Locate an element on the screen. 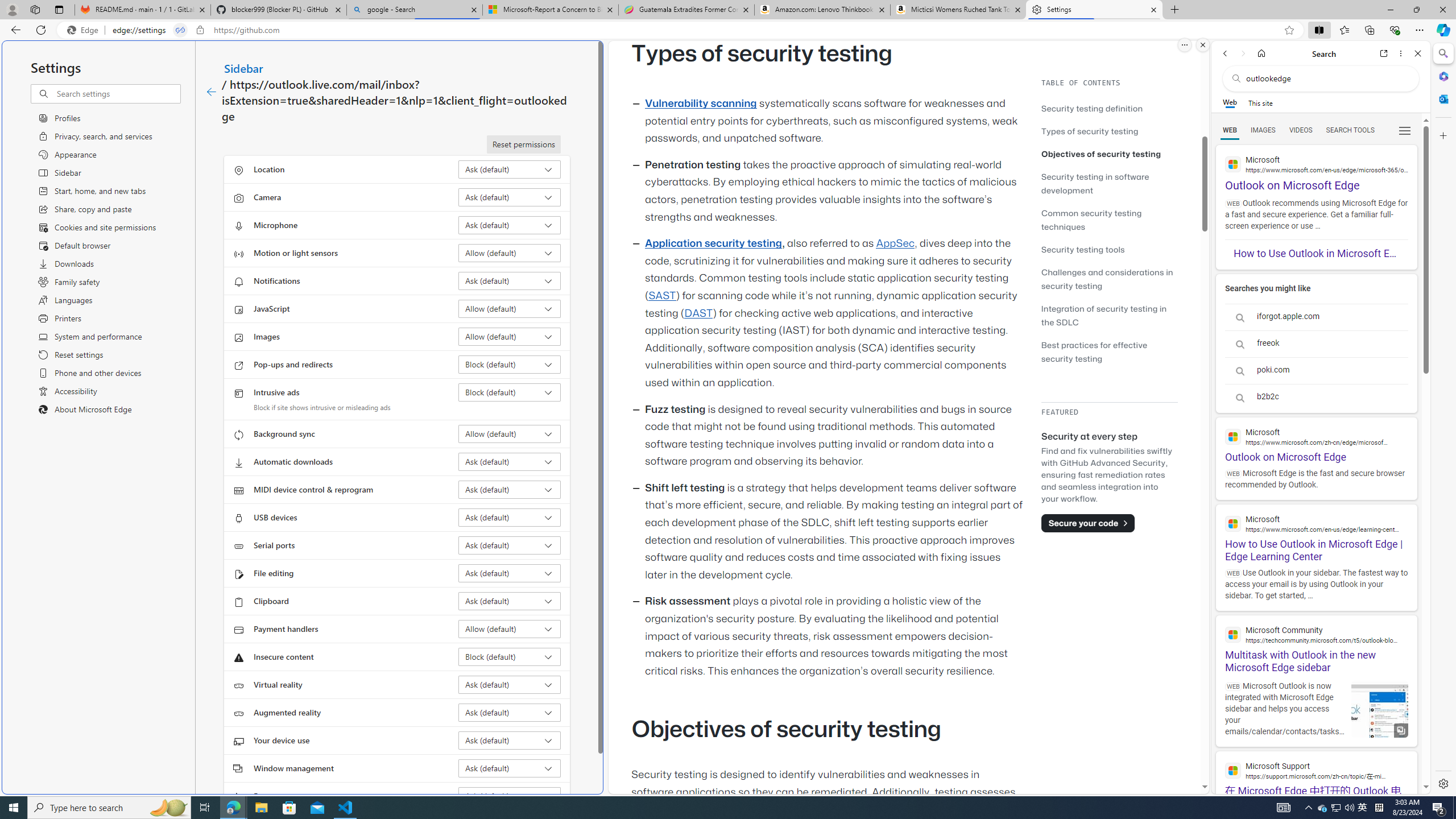  'Automatic downloads Ask (default)' is located at coordinates (510, 461).